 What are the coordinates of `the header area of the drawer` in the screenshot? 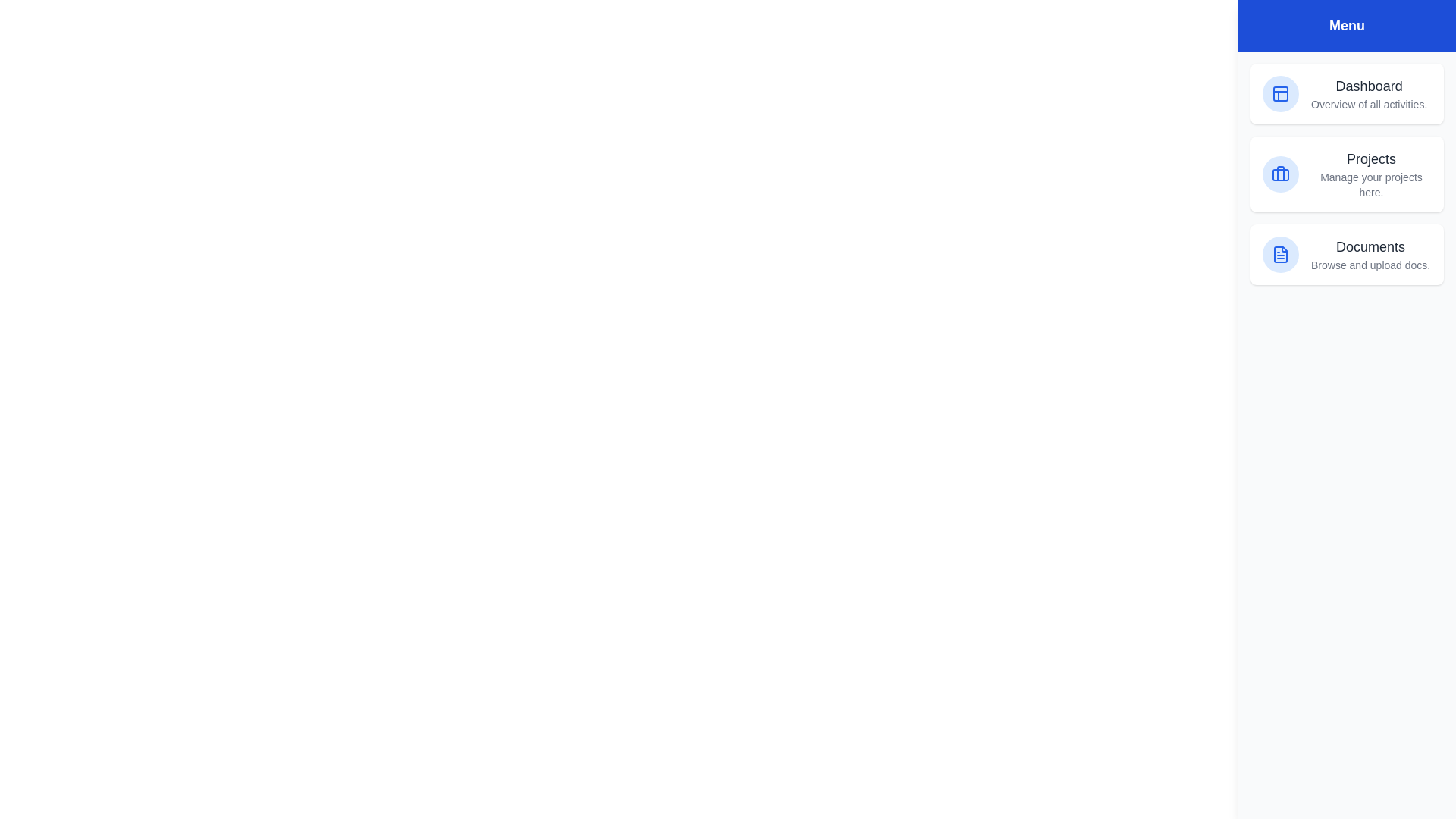 It's located at (1347, 26).